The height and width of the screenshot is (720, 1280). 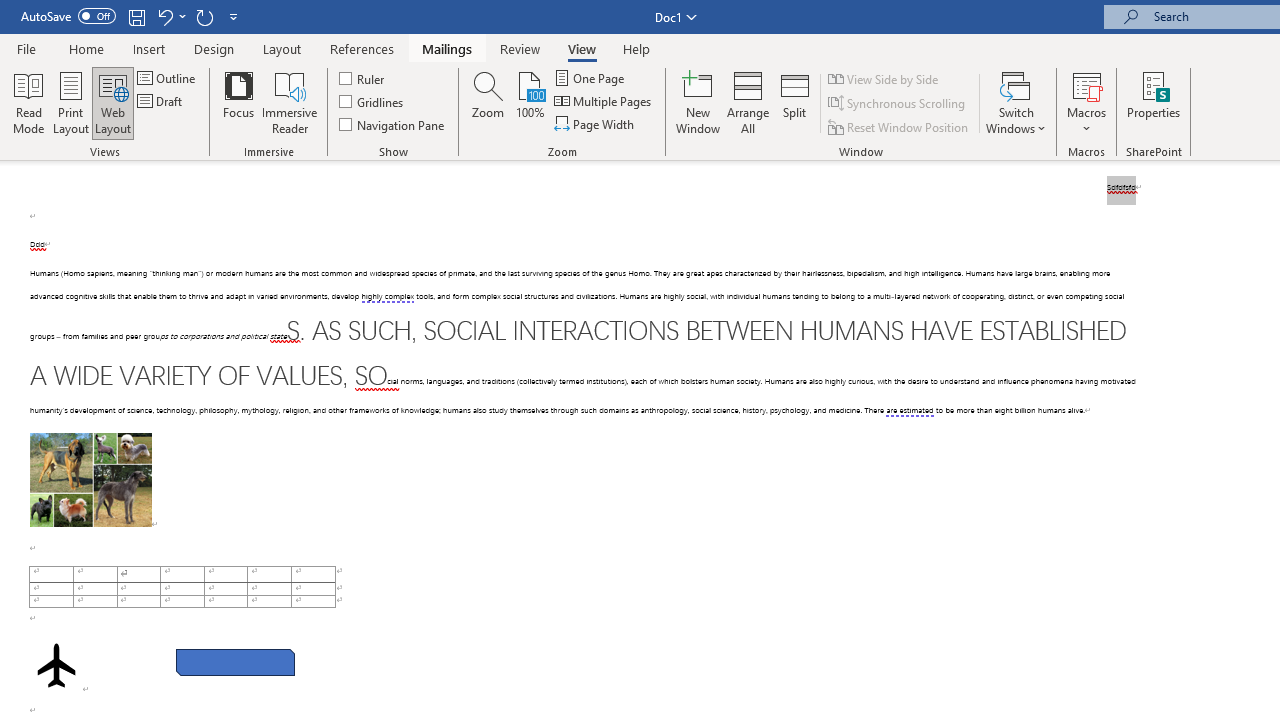 I want to click on 'Draft', so click(x=161, y=101).